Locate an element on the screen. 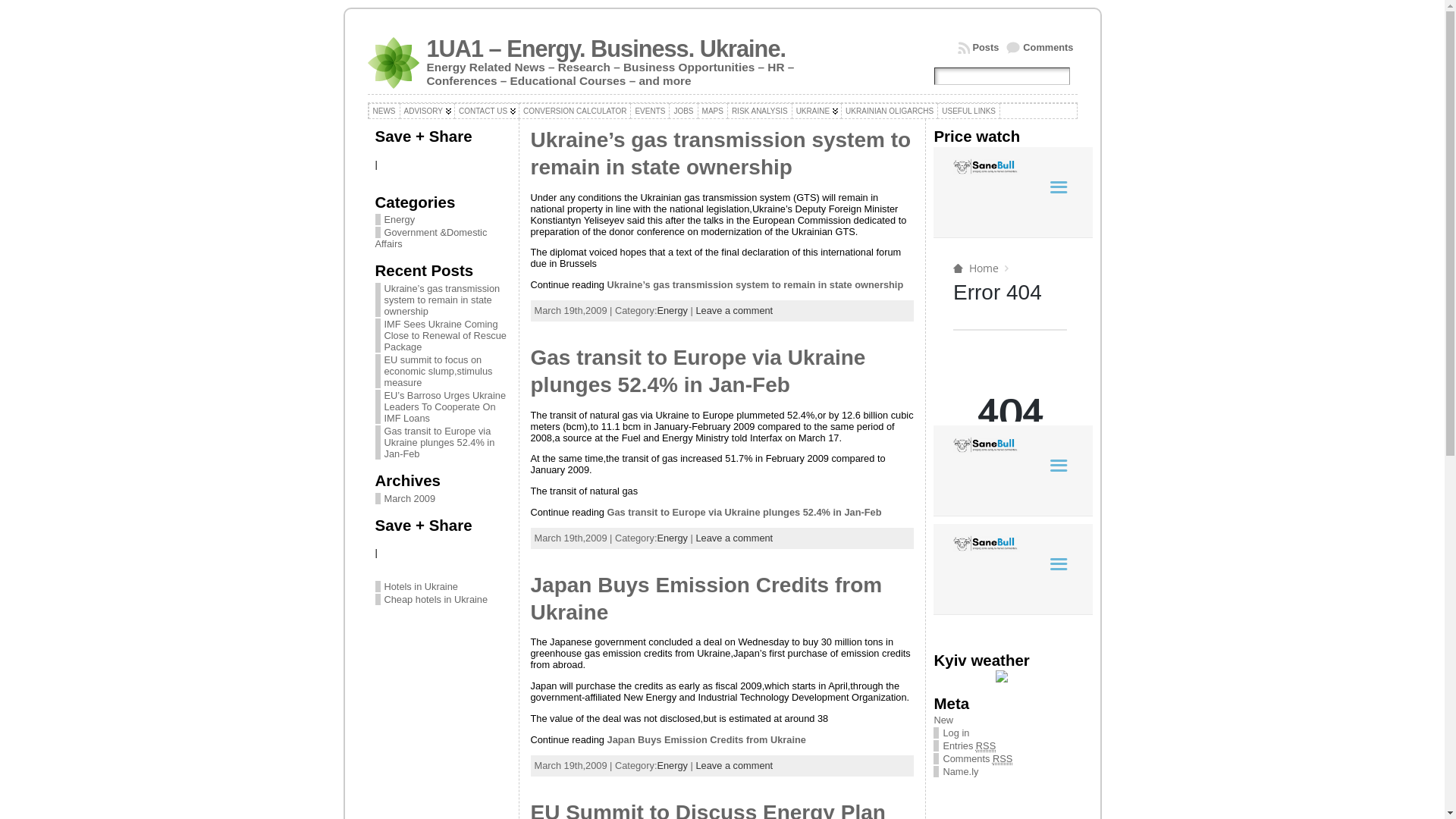 The width and height of the screenshot is (1456, 819). 'Entries RSS' is located at coordinates (942, 745).